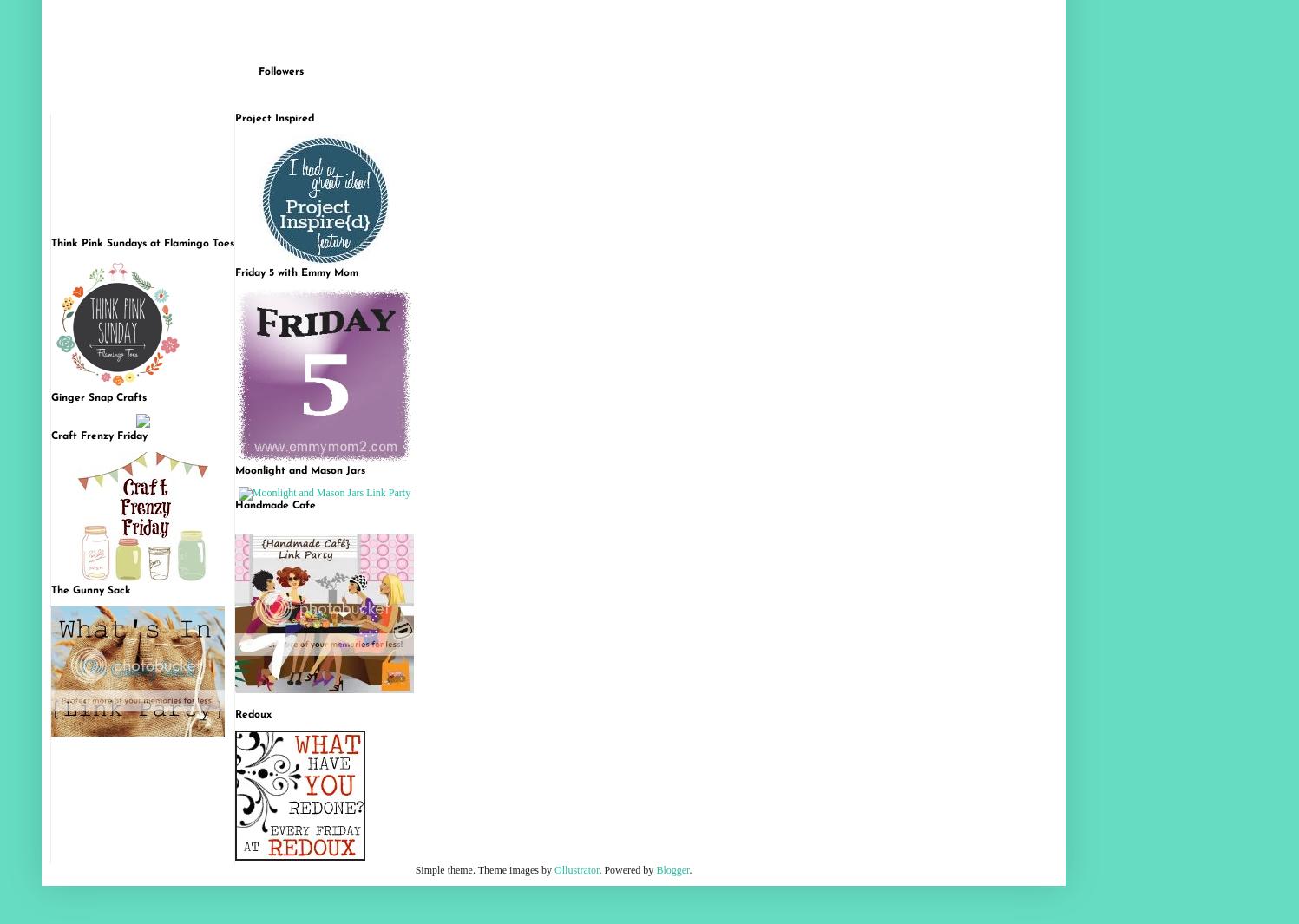 This screenshot has width=1299, height=924. What do you see at coordinates (299, 471) in the screenshot?
I see `'Moonlight and Mason Jars'` at bounding box center [299, 471].